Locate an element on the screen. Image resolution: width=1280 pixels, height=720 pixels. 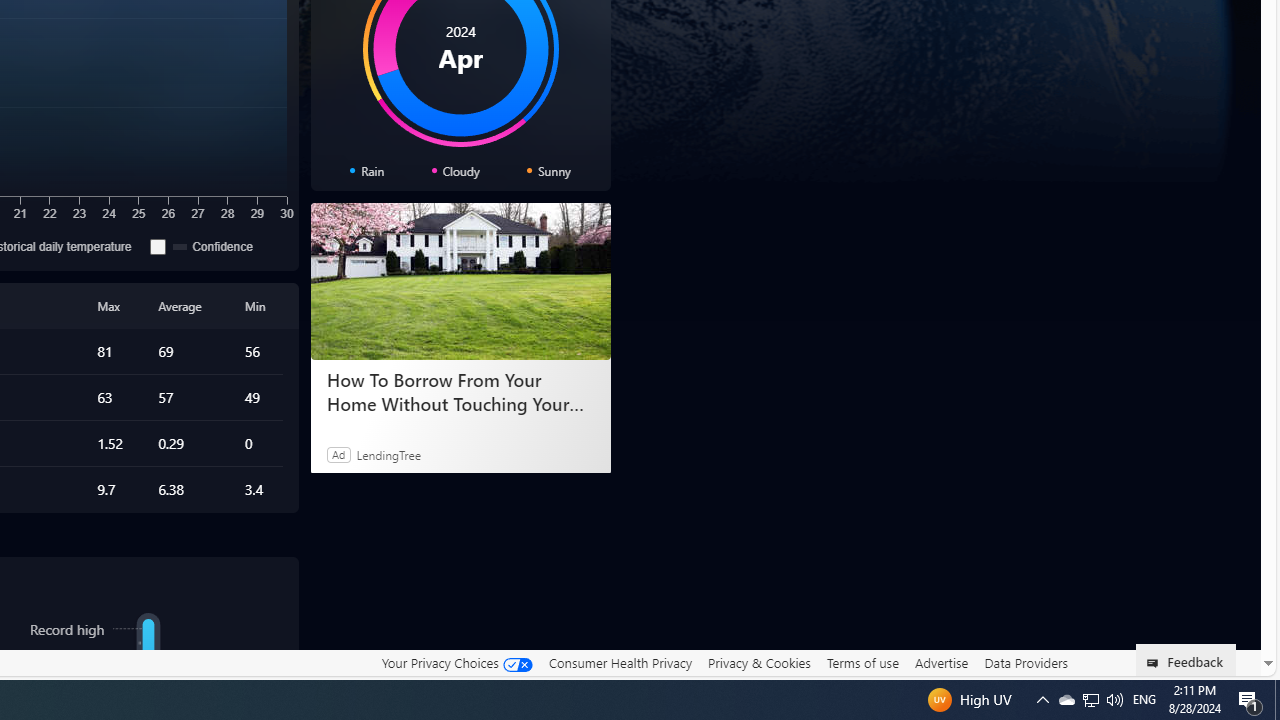
'Data Providers' is located at coordinates (1025, 663).